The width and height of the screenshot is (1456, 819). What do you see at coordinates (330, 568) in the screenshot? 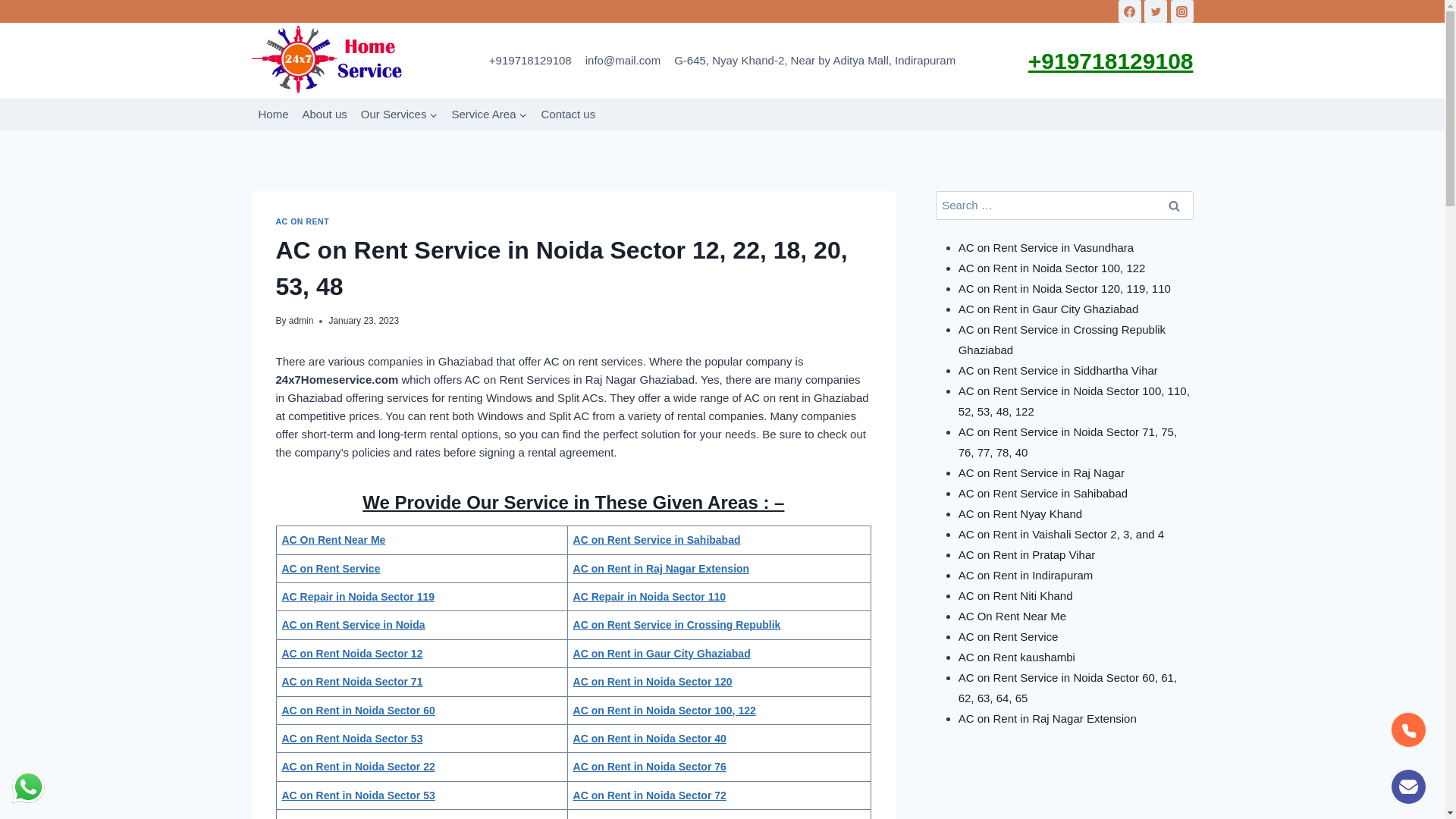
I see `'AC on Rent Service'` at bounding box center [330, 568].